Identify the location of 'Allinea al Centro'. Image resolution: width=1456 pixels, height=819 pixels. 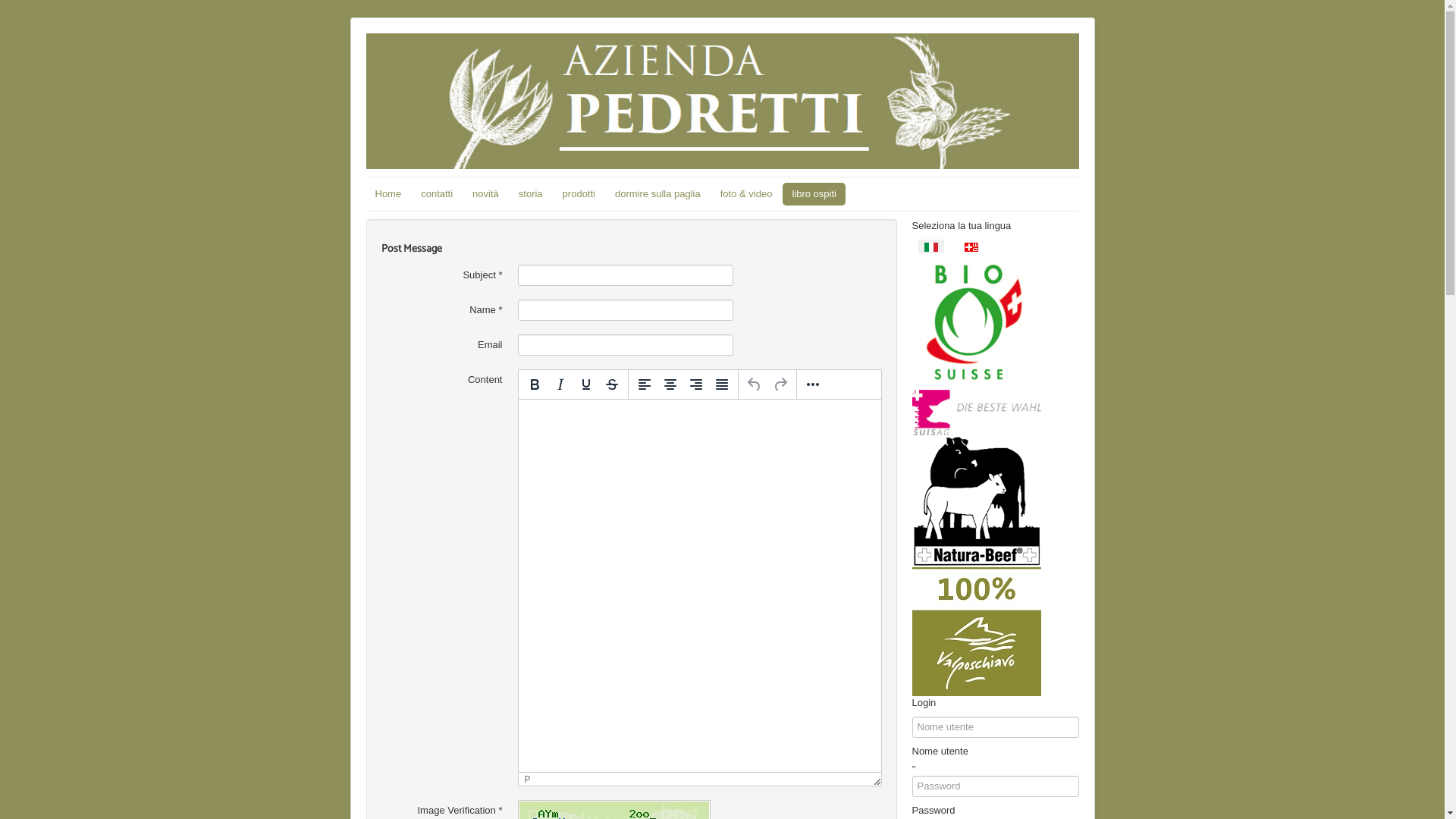
(669, 383).